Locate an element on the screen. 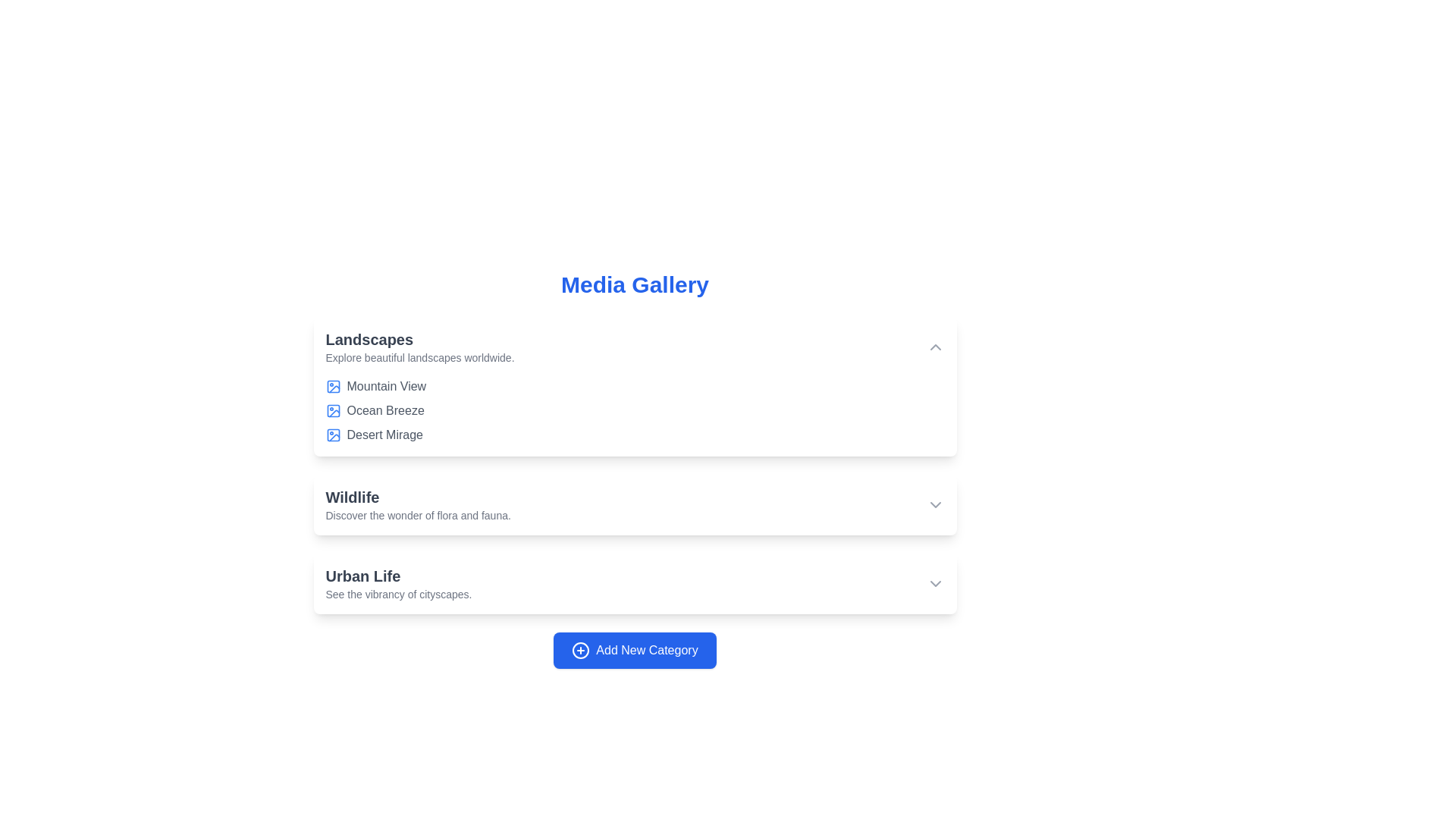  'Add New Category' button is located at coordinates (635, 649).